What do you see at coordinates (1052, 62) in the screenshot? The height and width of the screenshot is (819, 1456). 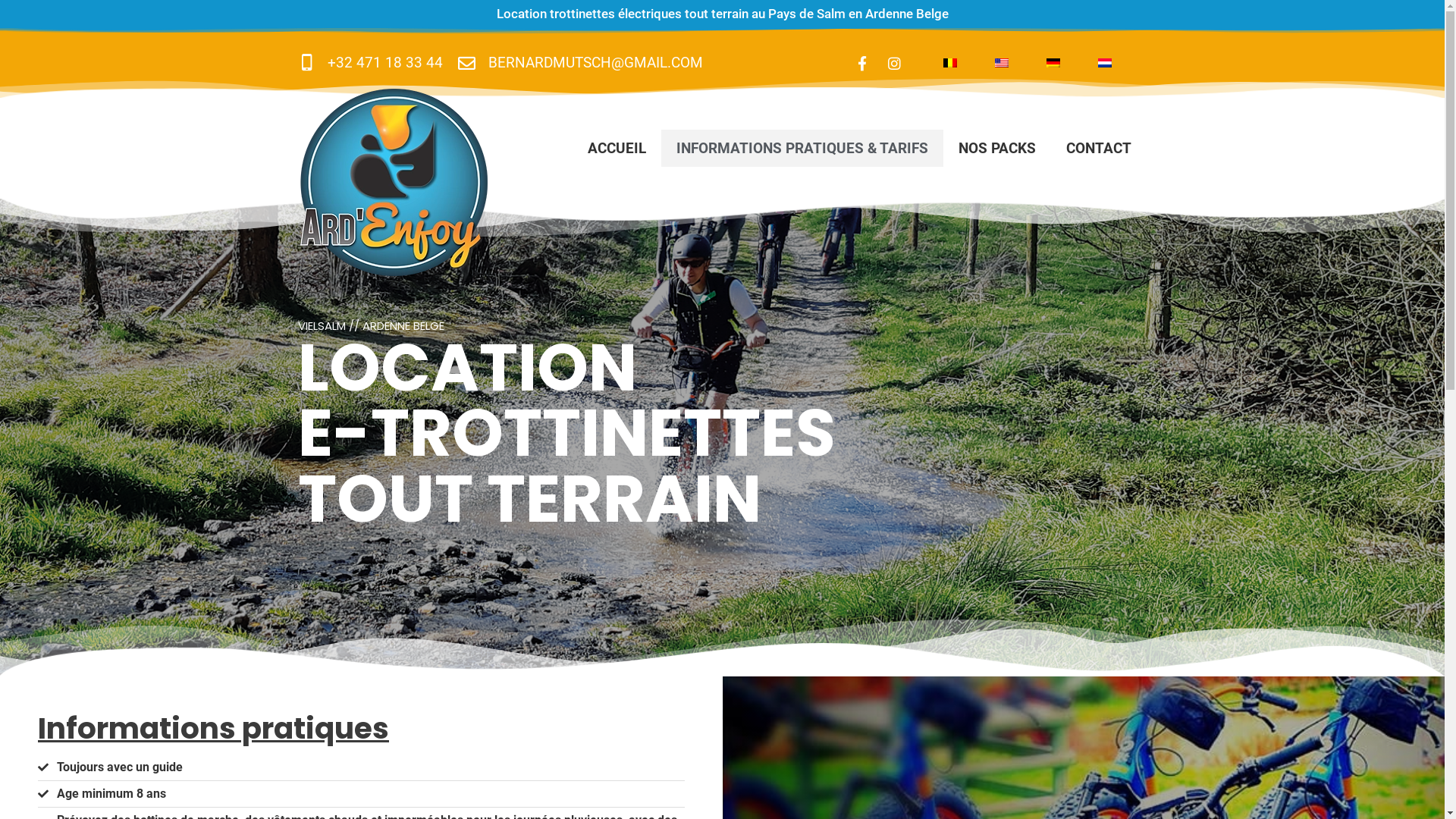 I see `'German'` at bounding box center [1052, 62].